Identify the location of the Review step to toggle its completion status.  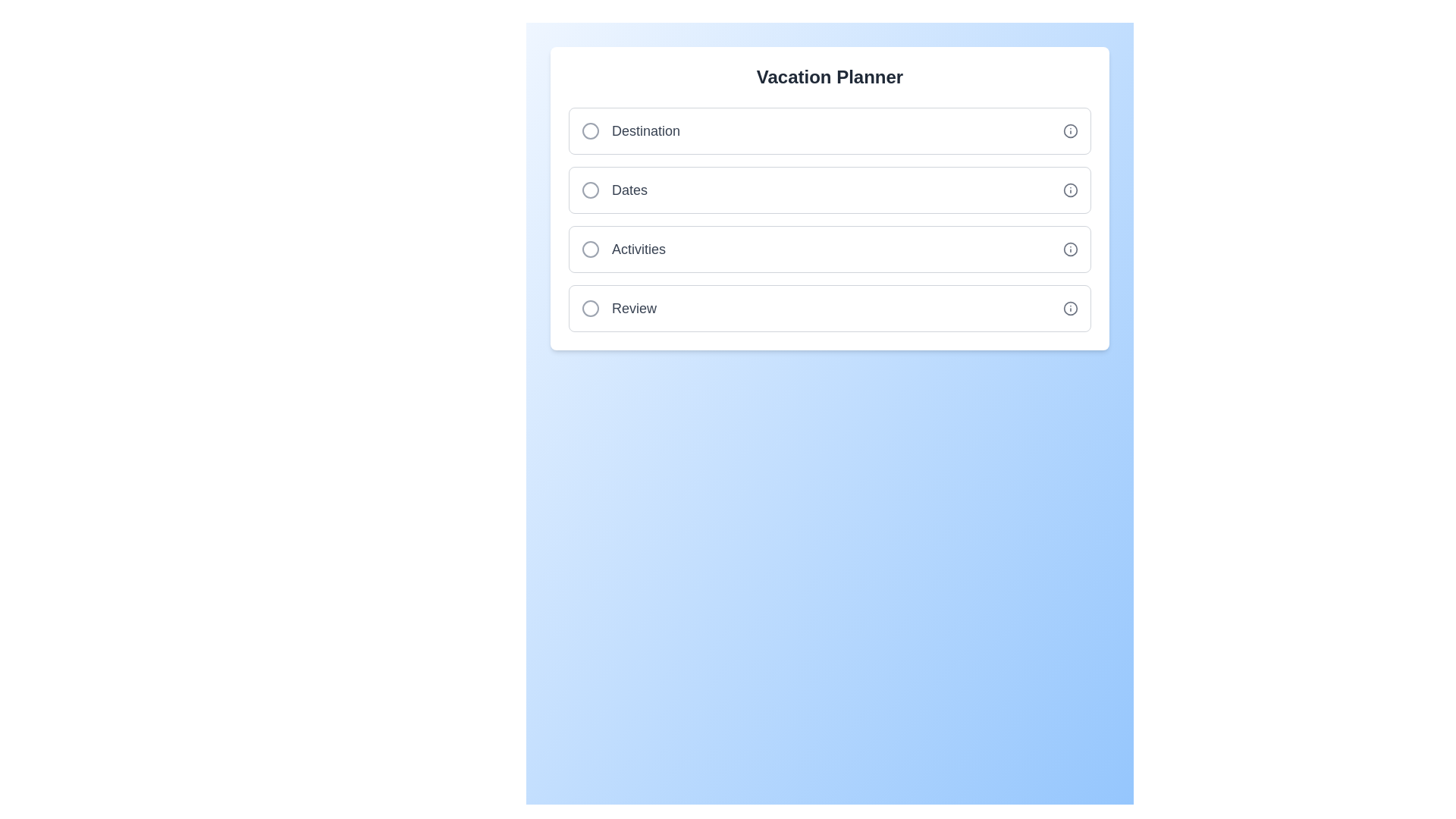
(829, 308).